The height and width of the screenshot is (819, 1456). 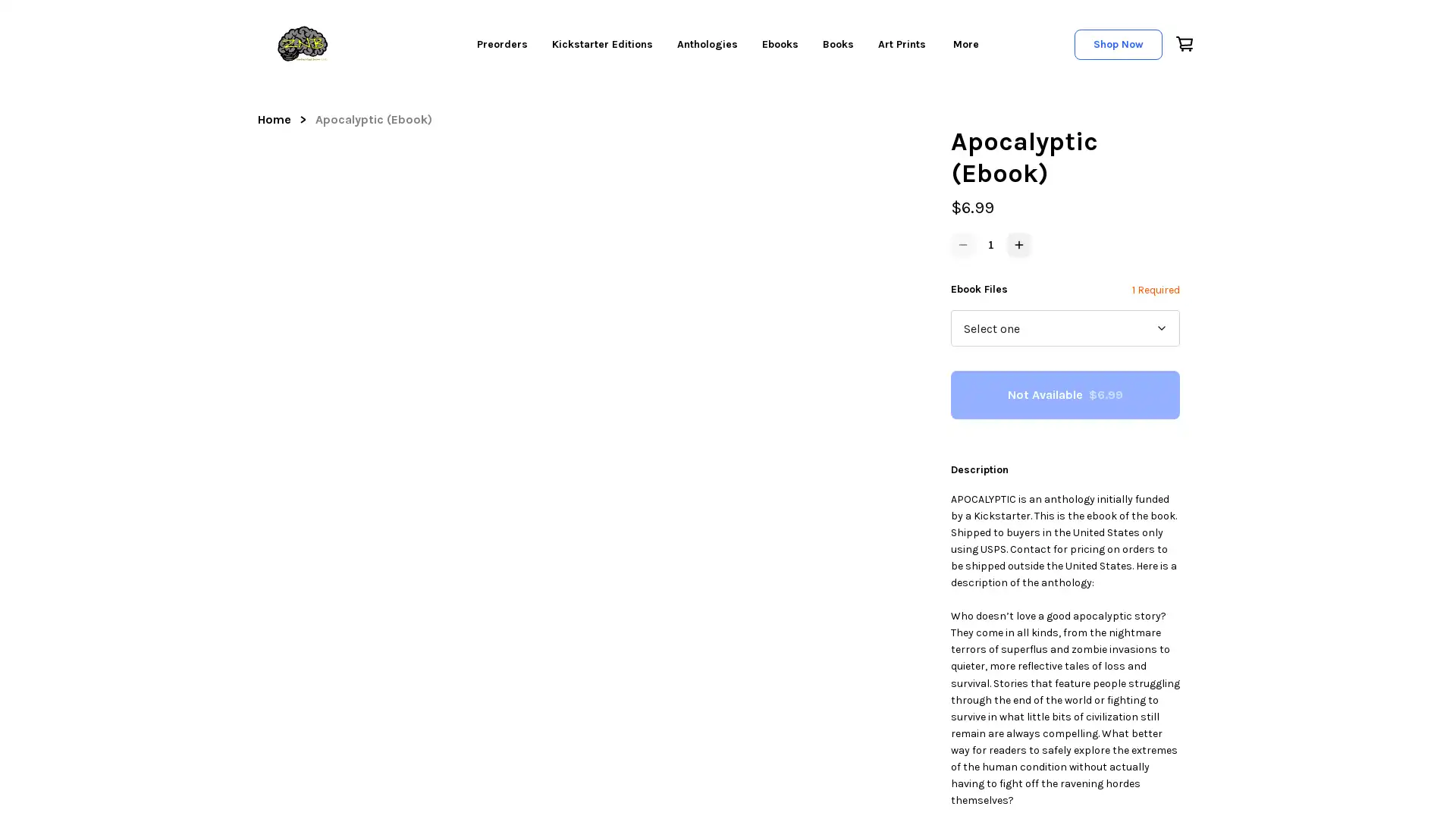 I want to click on Cart icon, so click(x=1182, y=42).